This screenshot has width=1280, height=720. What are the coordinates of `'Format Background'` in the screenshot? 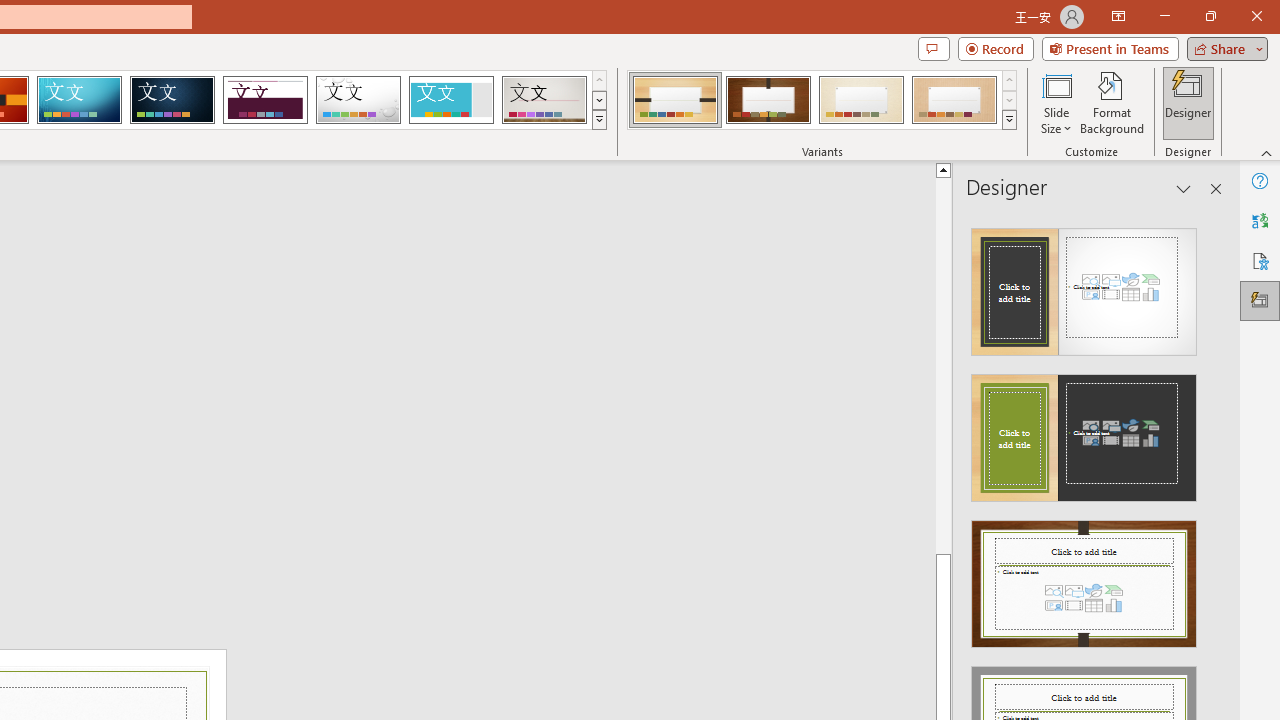 It's located at (1111, 103).